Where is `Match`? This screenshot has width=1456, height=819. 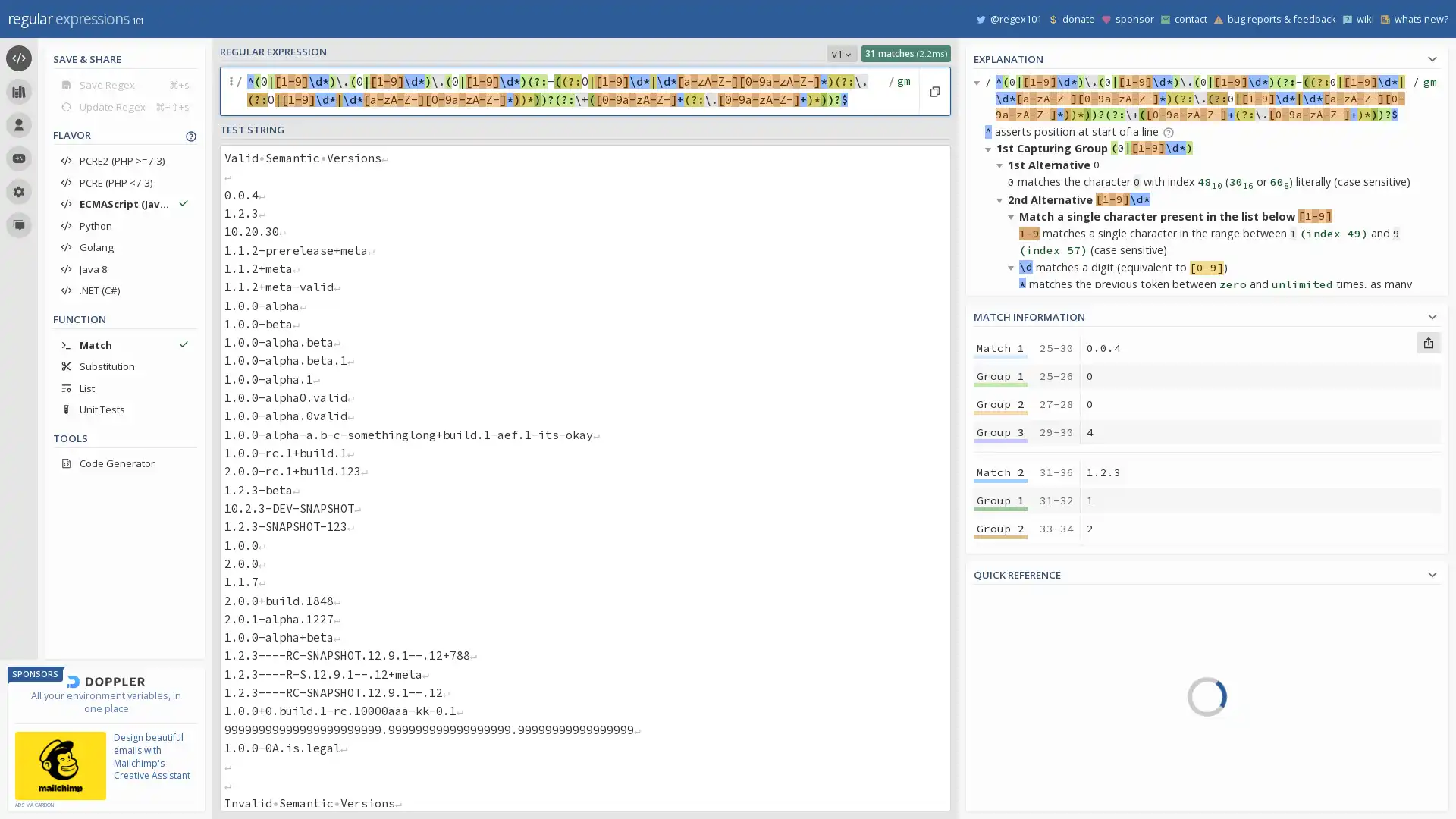
Match is located at coordinates (124, 344).